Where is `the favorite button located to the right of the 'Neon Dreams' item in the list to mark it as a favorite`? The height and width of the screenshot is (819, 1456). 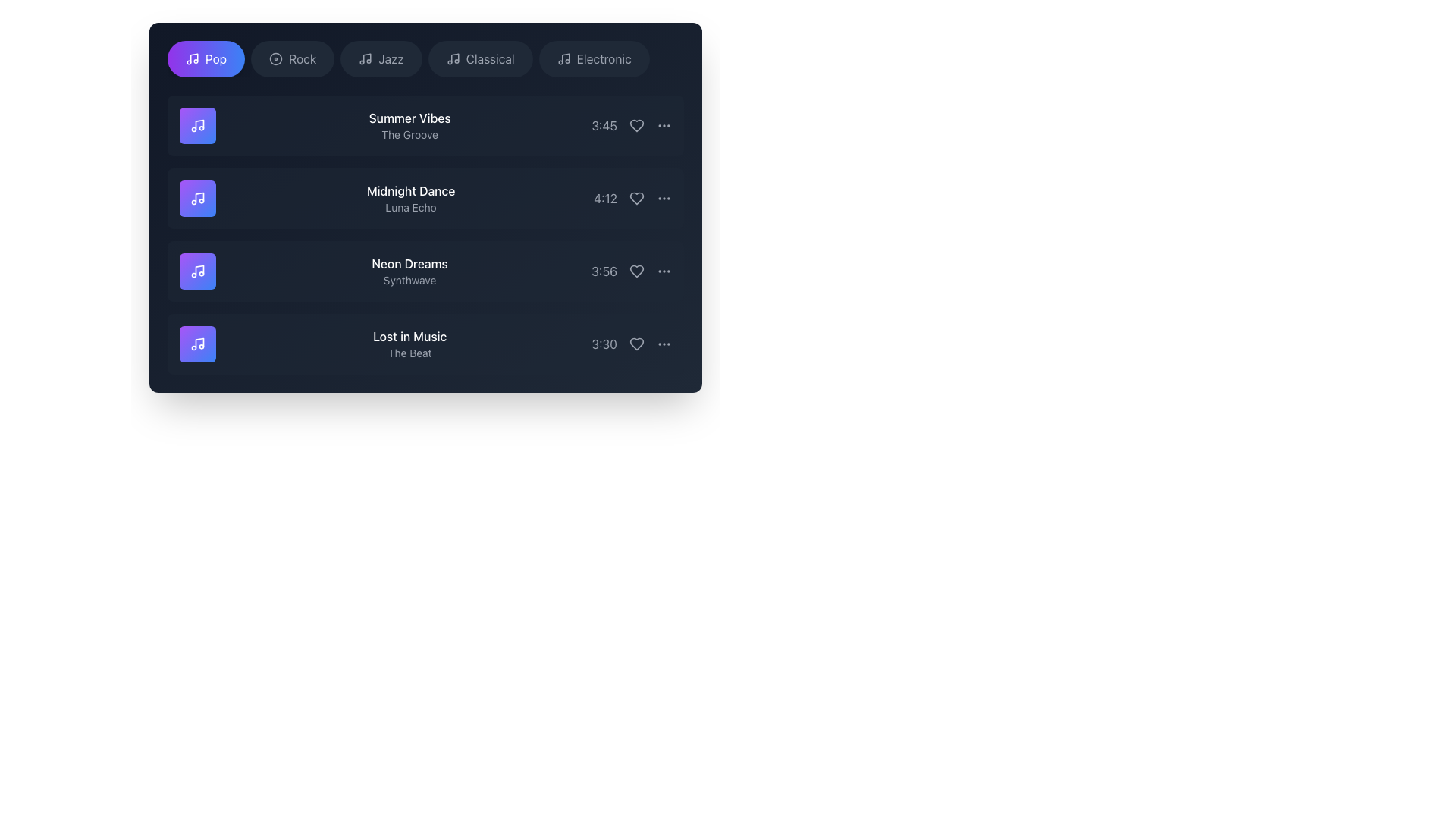 the favorite button located to the right of the 'Neon Dreams' item in the list to mark it as a favorite is located at coordinates (637, 271).